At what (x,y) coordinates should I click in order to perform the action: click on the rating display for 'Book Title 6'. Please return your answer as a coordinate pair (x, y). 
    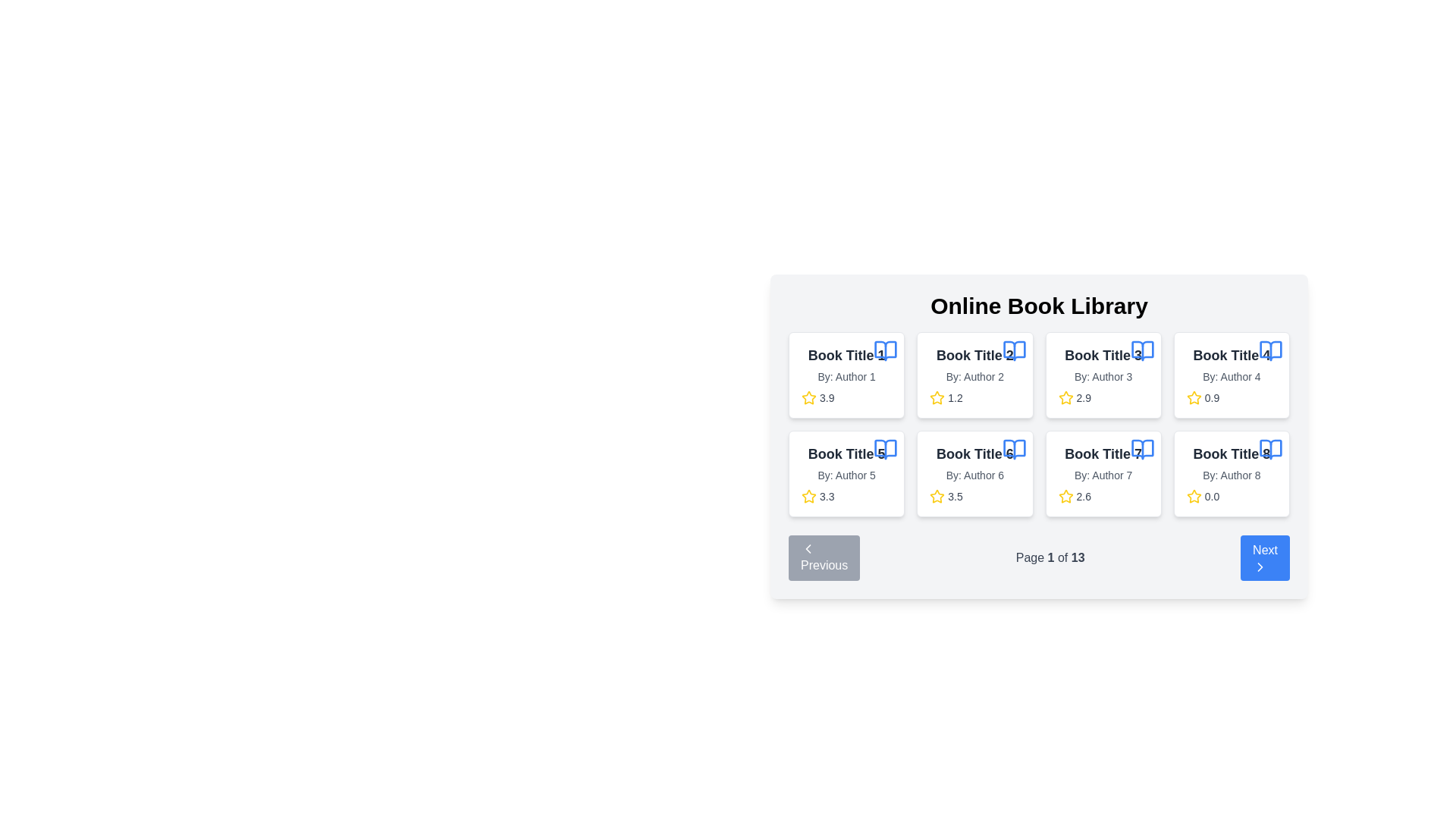
    Looking at the image, I should click on (974, 497).